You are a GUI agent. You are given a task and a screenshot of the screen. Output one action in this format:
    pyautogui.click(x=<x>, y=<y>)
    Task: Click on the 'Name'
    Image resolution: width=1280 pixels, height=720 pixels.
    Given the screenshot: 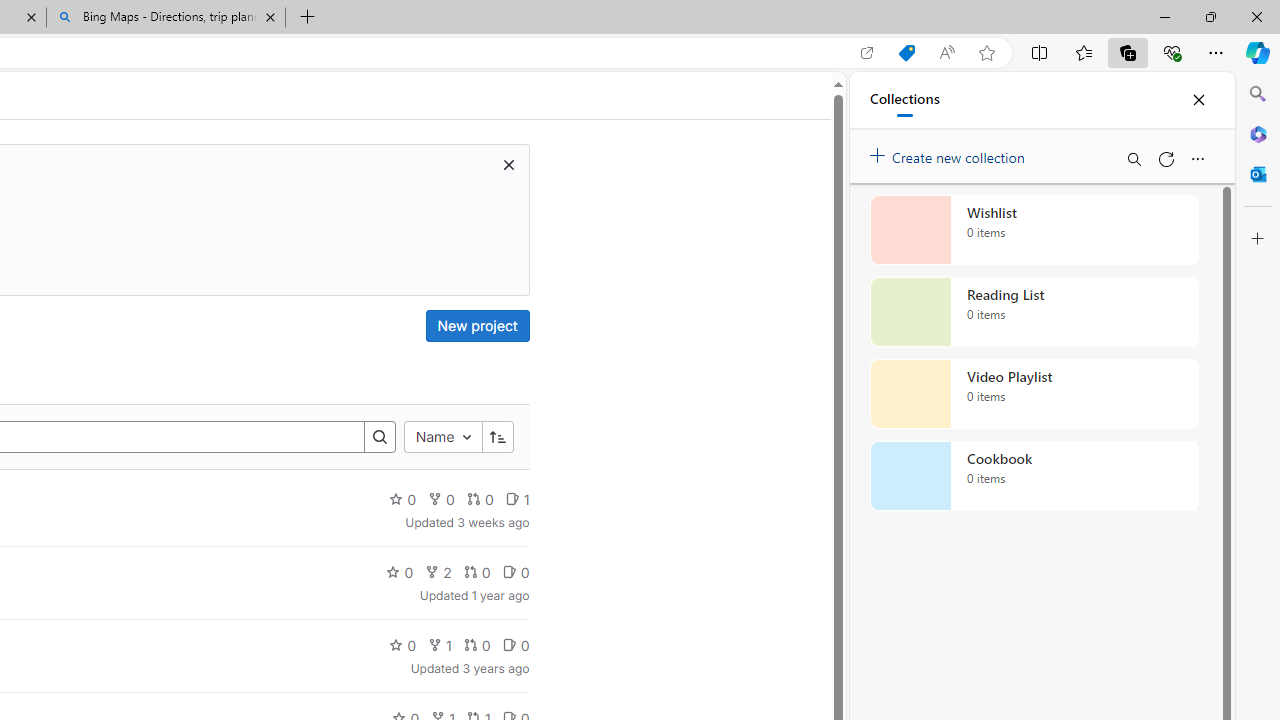 What is the action you would take?
    pyautogui.click(x=441, y=436)
    